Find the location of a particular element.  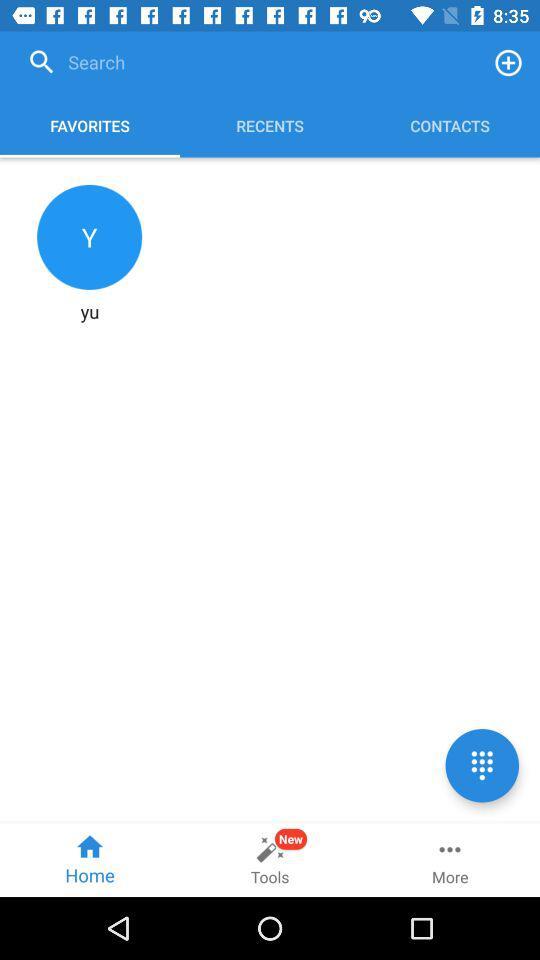

item is located at coordinates (508, 62).